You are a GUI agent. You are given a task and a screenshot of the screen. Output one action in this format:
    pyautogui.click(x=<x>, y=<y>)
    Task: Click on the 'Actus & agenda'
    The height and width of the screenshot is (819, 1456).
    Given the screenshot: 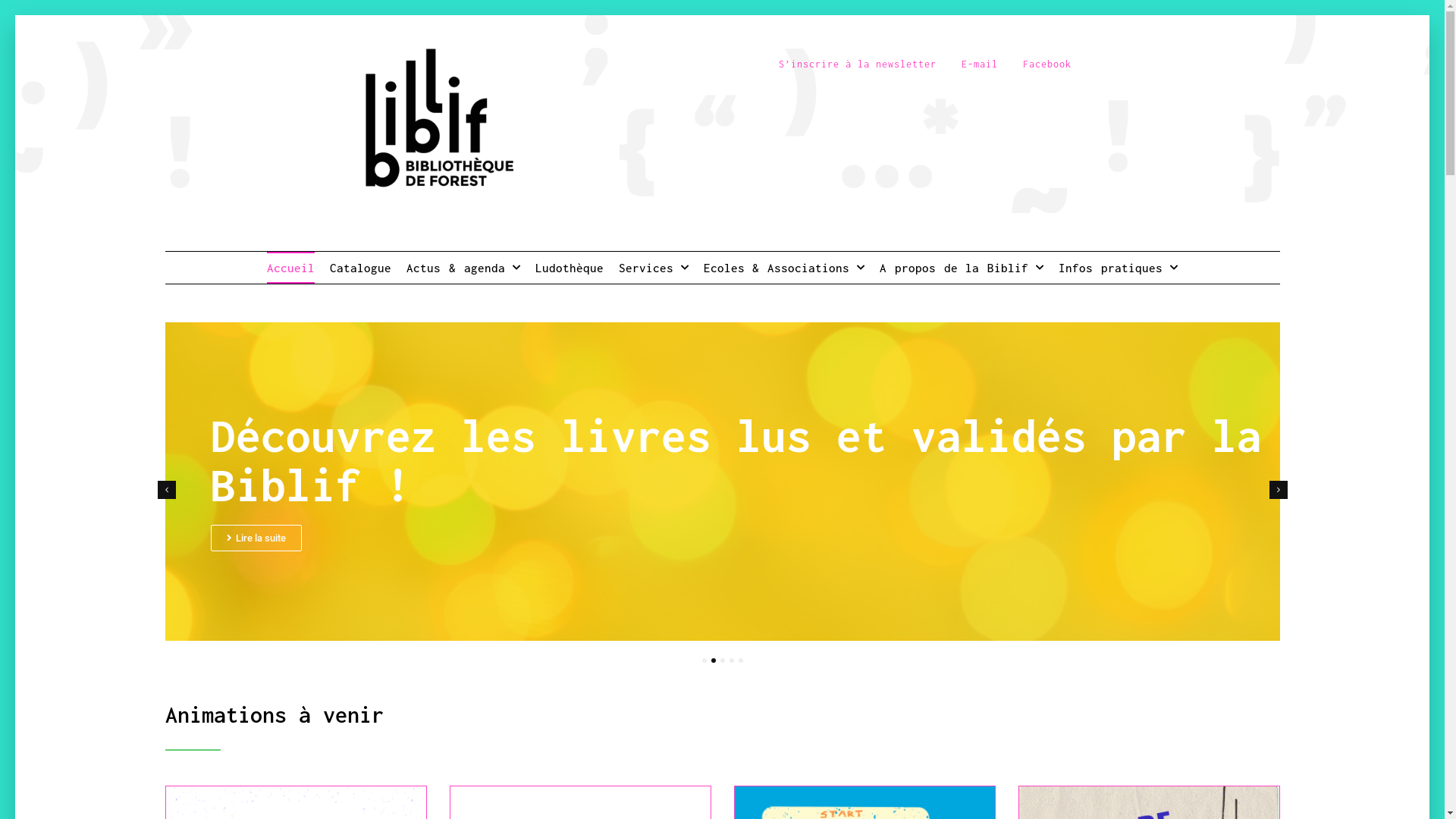 What is the action you would take?
    pyautogui.click(x=462, y=267)
    